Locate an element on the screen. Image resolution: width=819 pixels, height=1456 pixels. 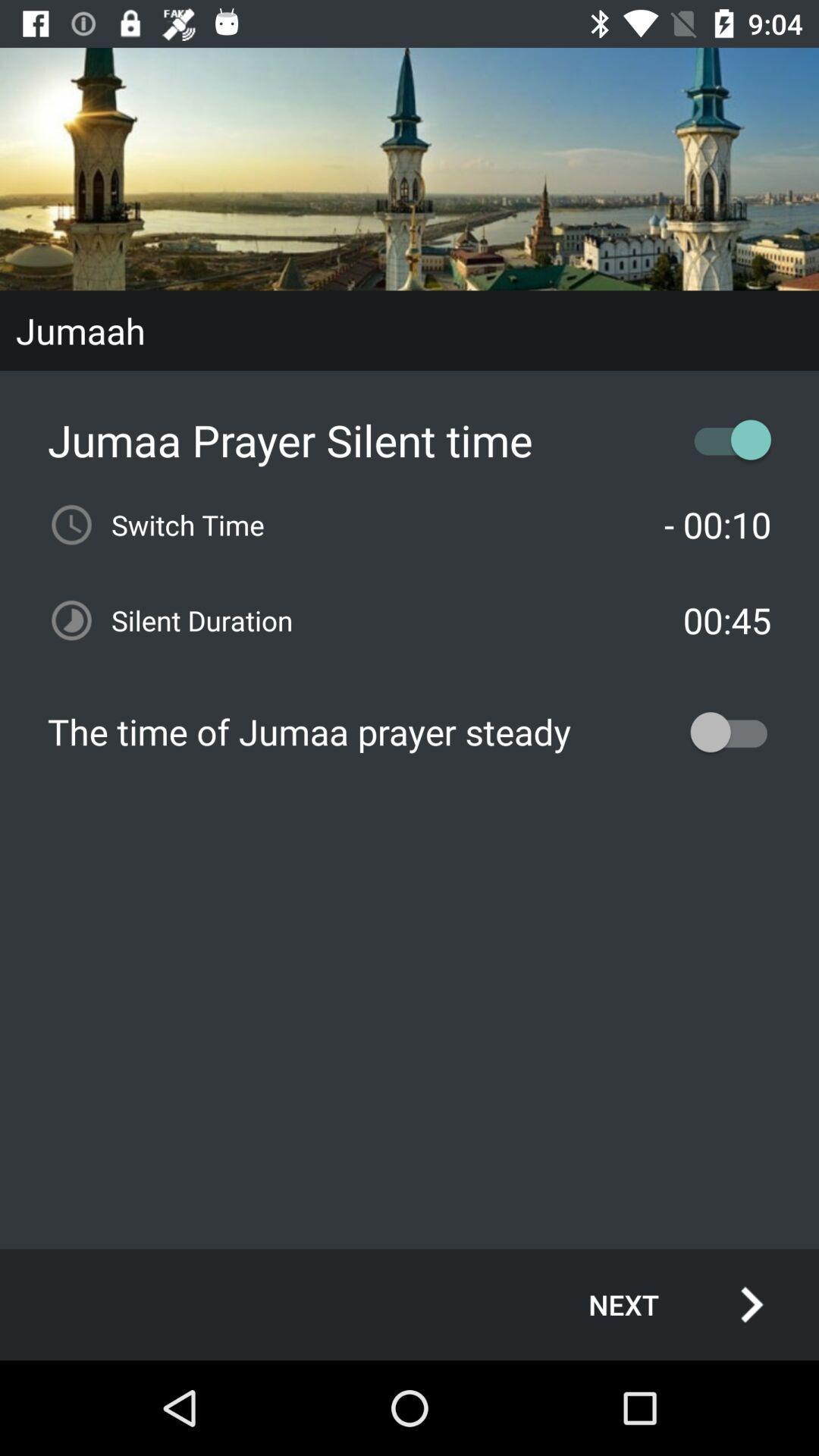
the next icon is located at coordinates (659, 1304).